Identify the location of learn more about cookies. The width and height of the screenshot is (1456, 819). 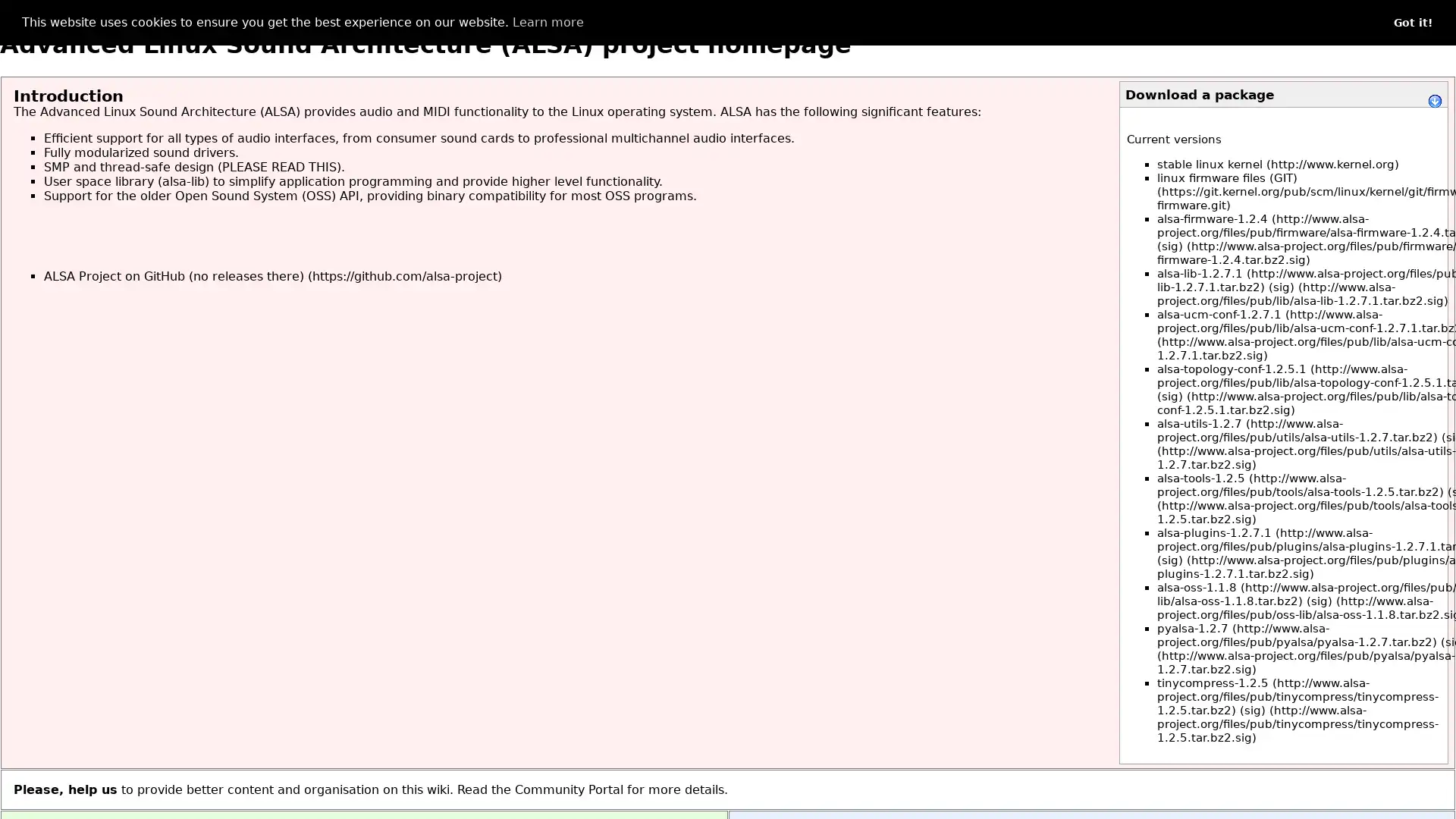
(546, 23).